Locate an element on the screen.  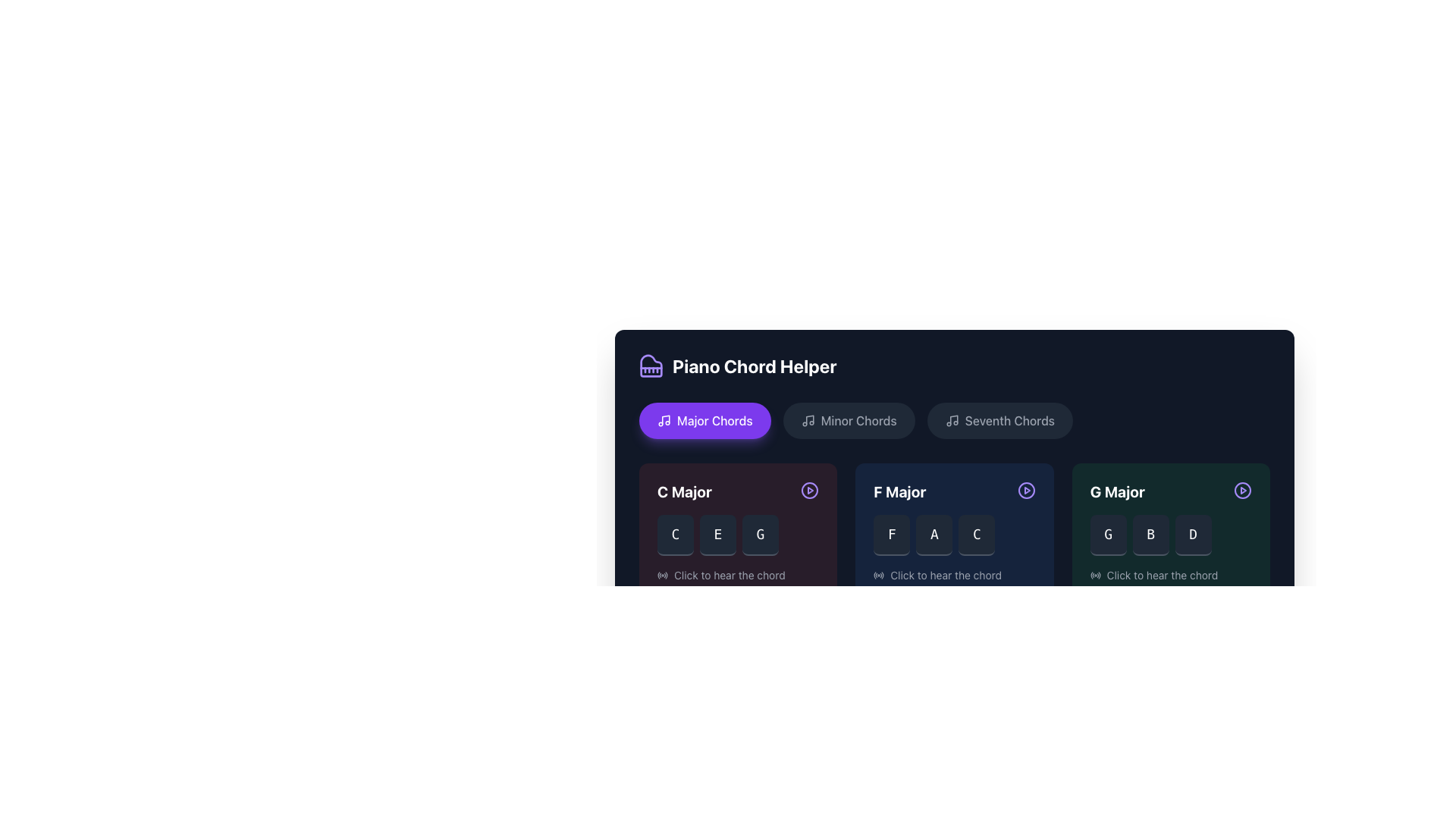
the interactive text button labeled 'Click to hear the chord' with a speaker icon, located in the F Major chord section for potential visual feedback is located at coordinates (953, 576).